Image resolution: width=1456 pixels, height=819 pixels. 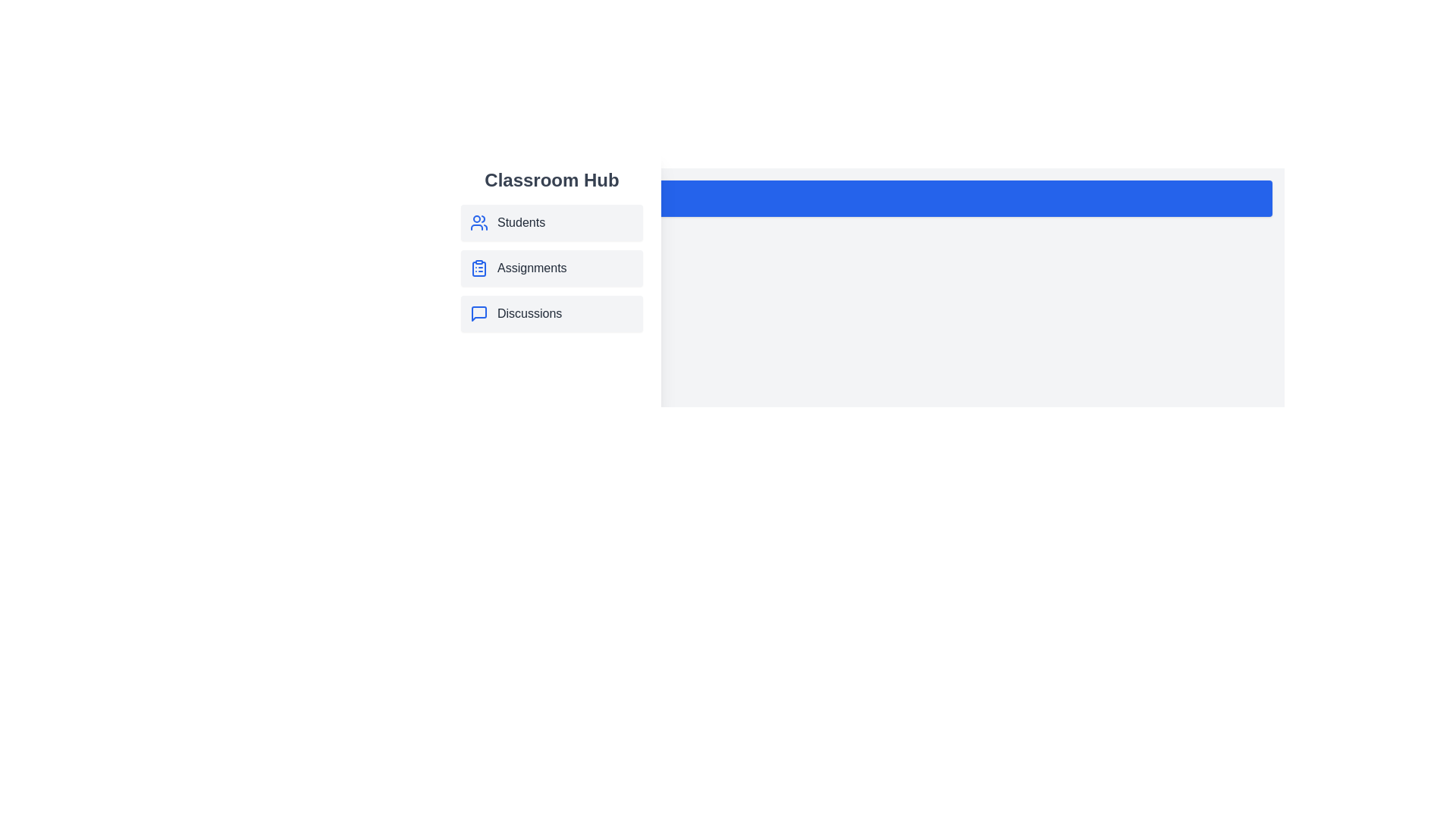 What do you see at coordinates (551, 222) in the screenshot?
I see `the 'Students' section in the drawer` at bounding box center [551, 222].